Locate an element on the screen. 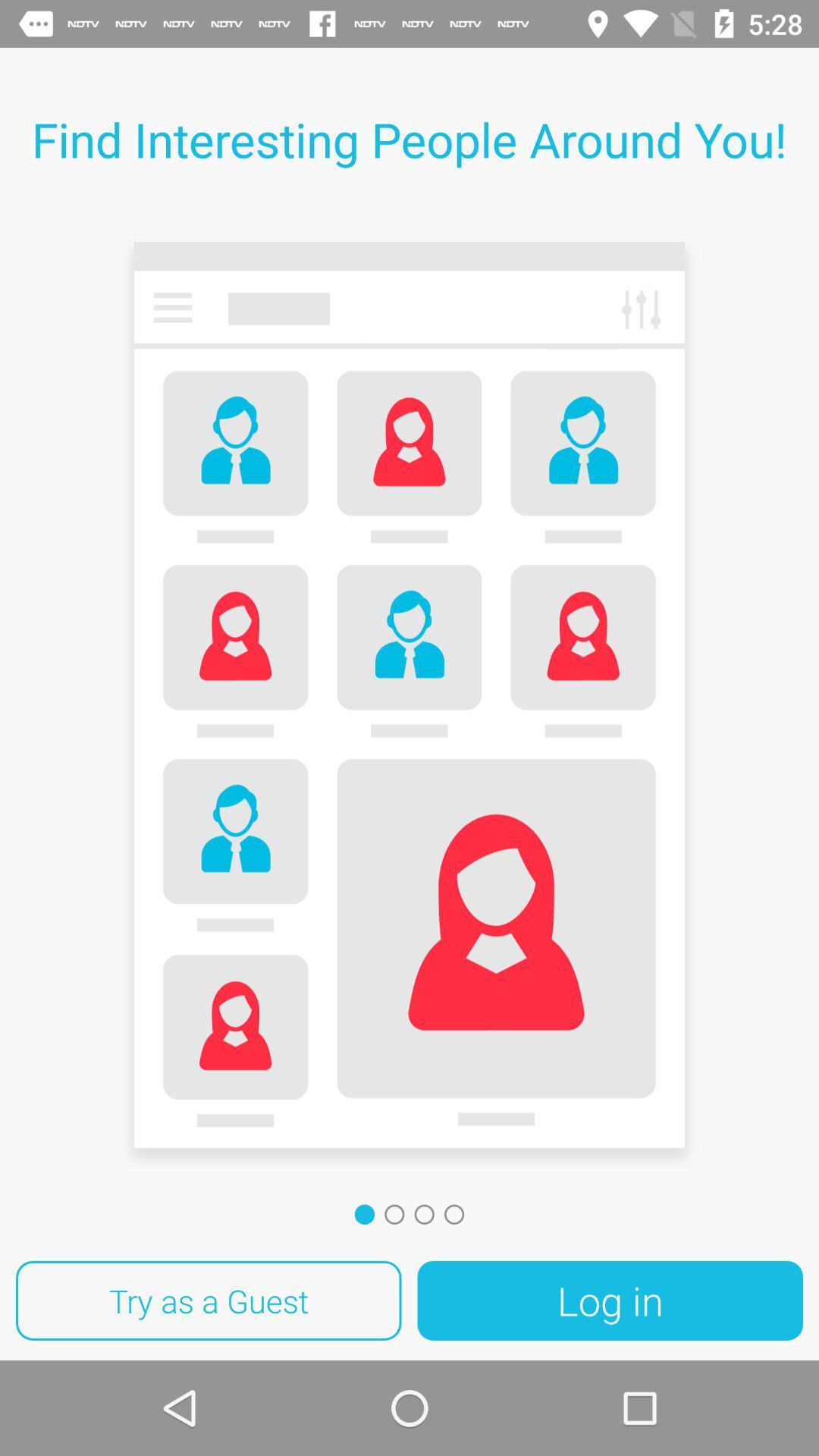 The image size is (819, 1456). item at the bottom left corner is located at coordinates (209, 1300).